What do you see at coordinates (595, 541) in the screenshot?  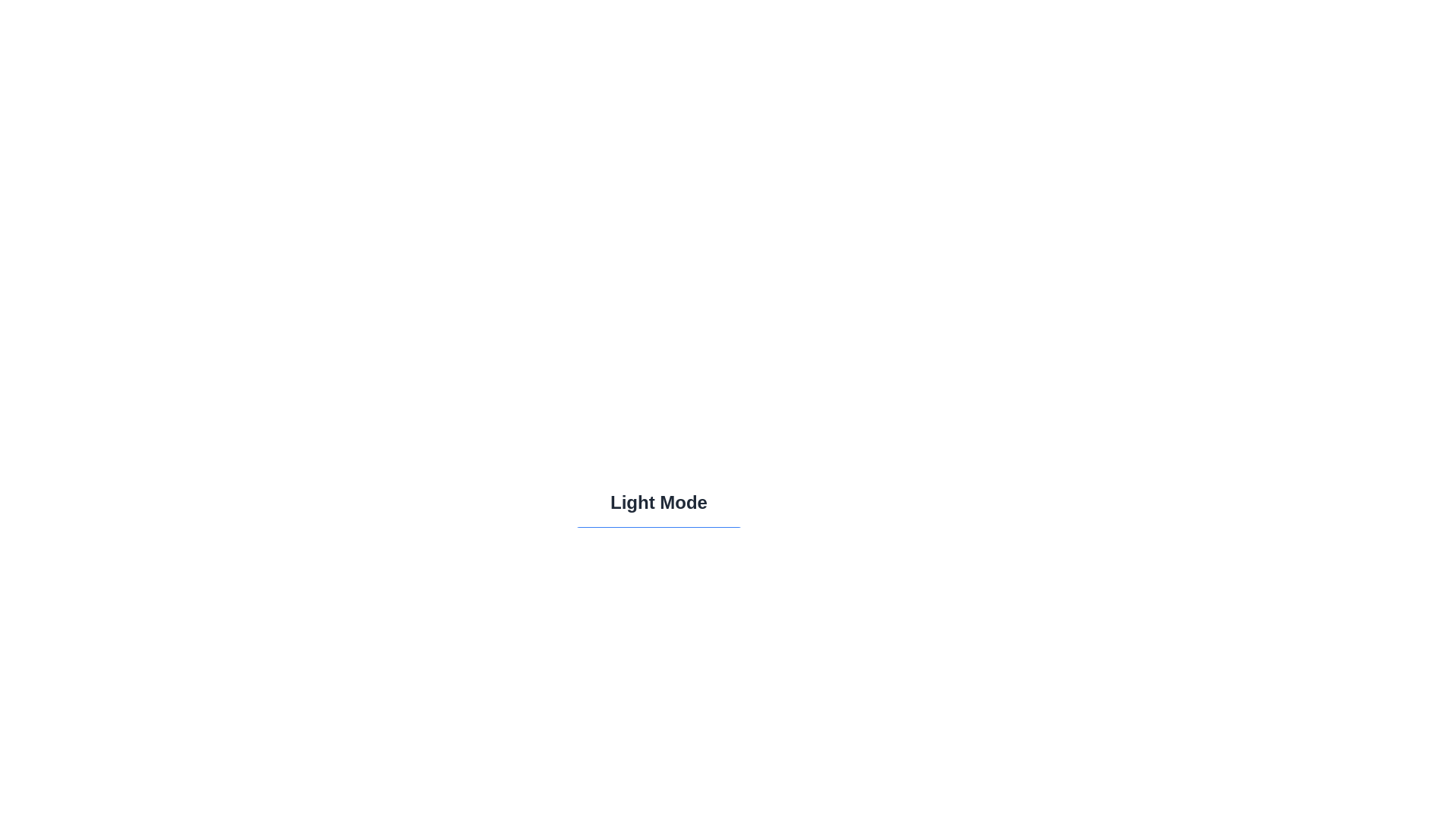 I see `the icon within the button to observe the current theme representation` at bounding box center [595, 541].